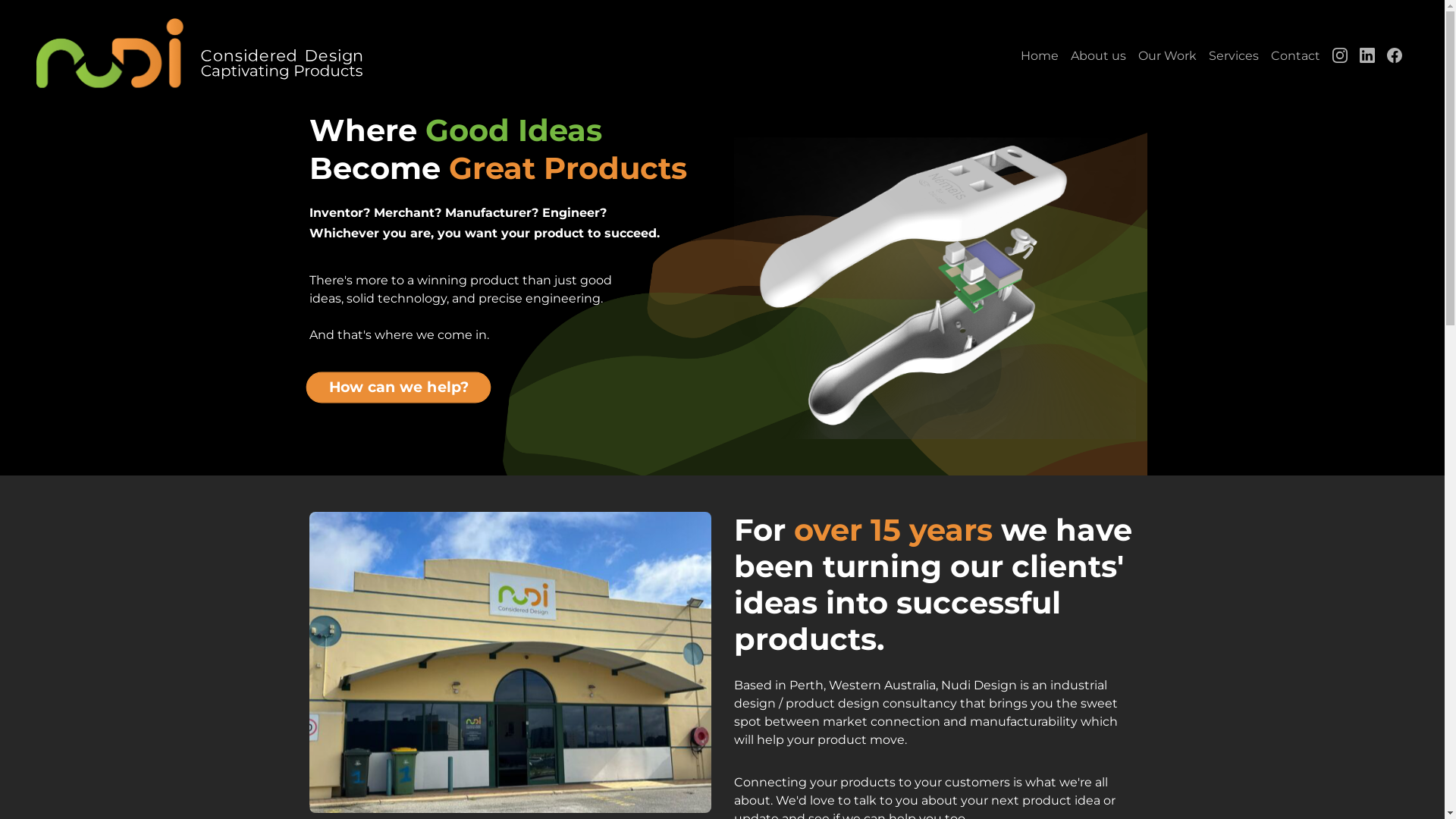 The width and height of the screenshot is (1456, 819). I want to click on 'Our Work', so click(1131, 55).